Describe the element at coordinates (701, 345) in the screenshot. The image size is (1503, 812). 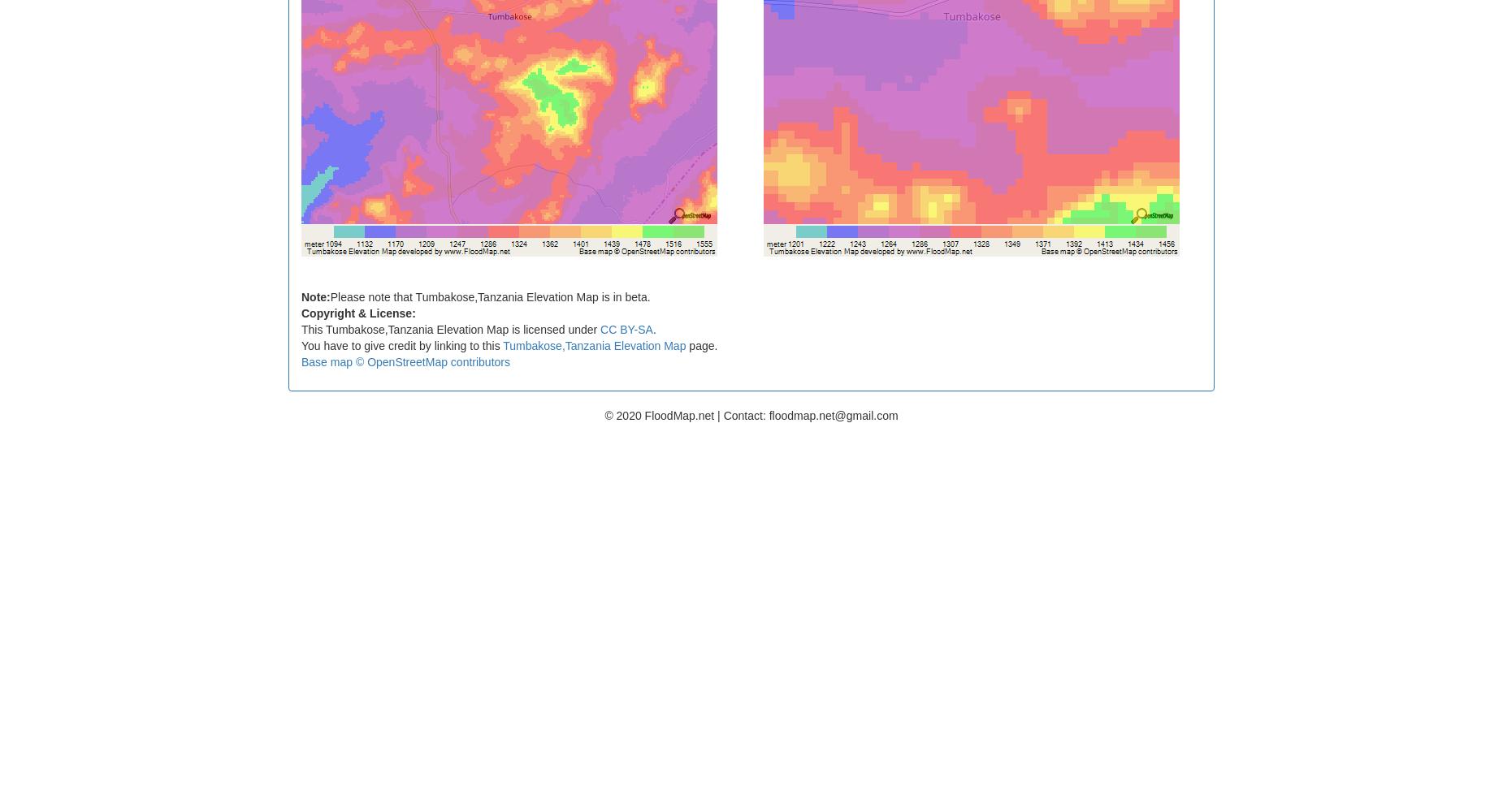
I see `'page.'` at that location.